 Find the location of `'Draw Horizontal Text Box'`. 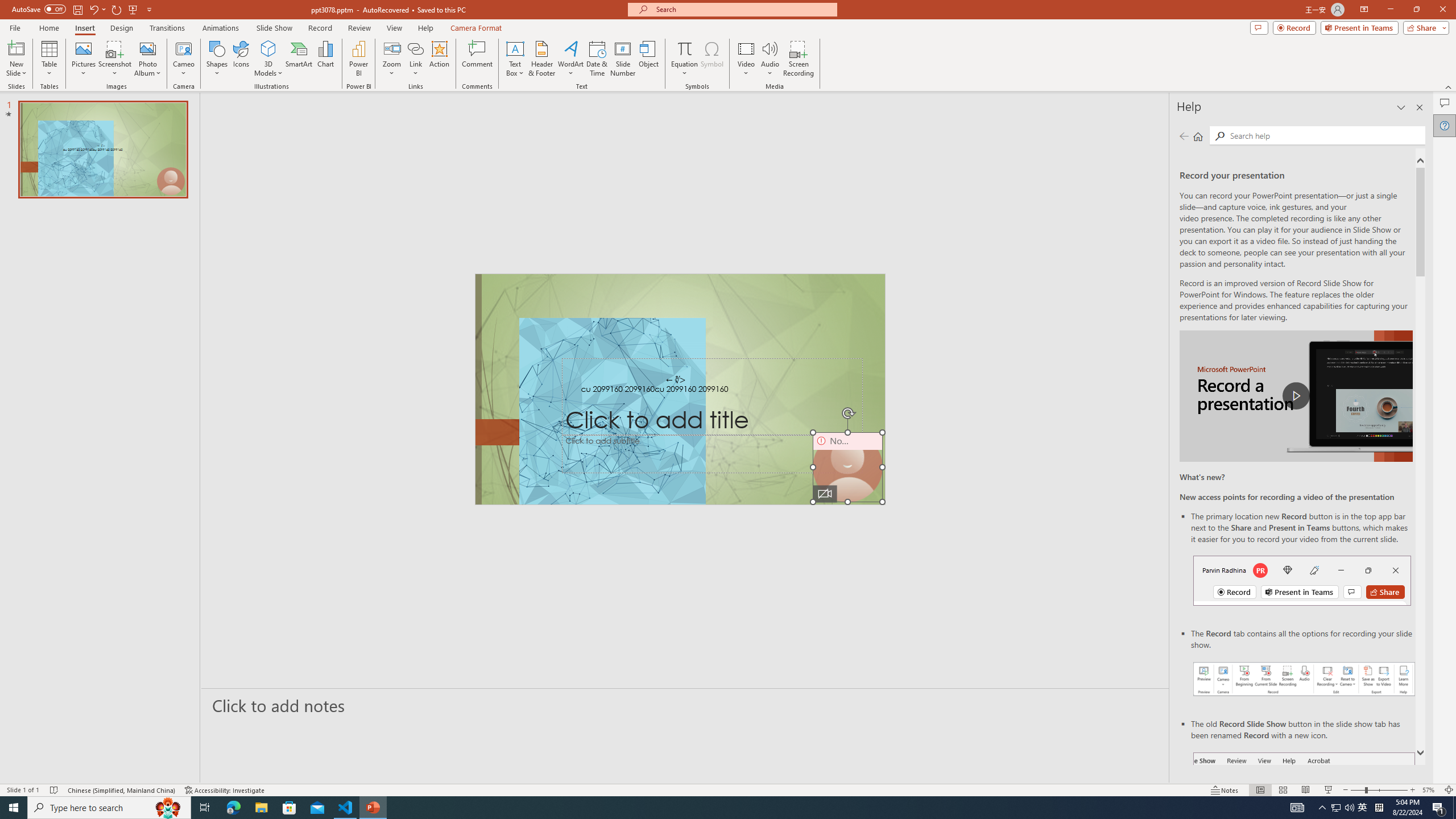

'Draw Horizontal Text Box' is located at coordinates (515, 48).